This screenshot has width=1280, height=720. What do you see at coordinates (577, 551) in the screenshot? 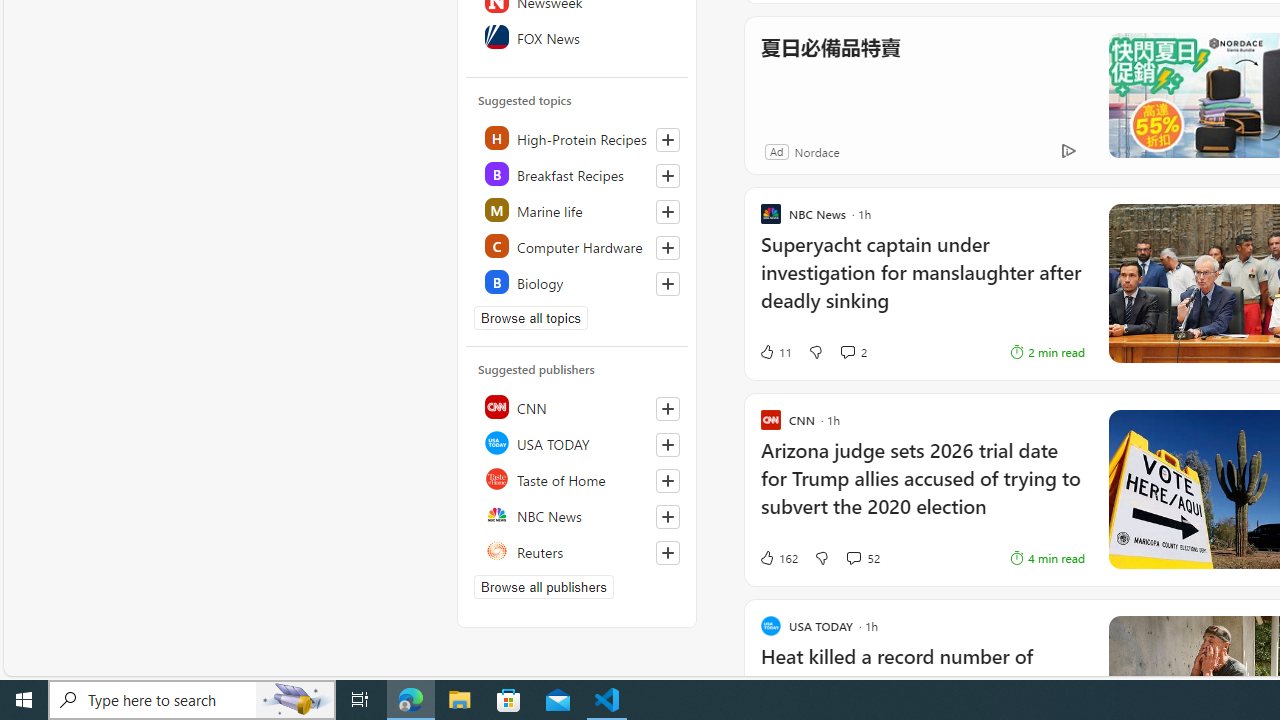
I see `'Reuters'` at bounding box center [577, 551].